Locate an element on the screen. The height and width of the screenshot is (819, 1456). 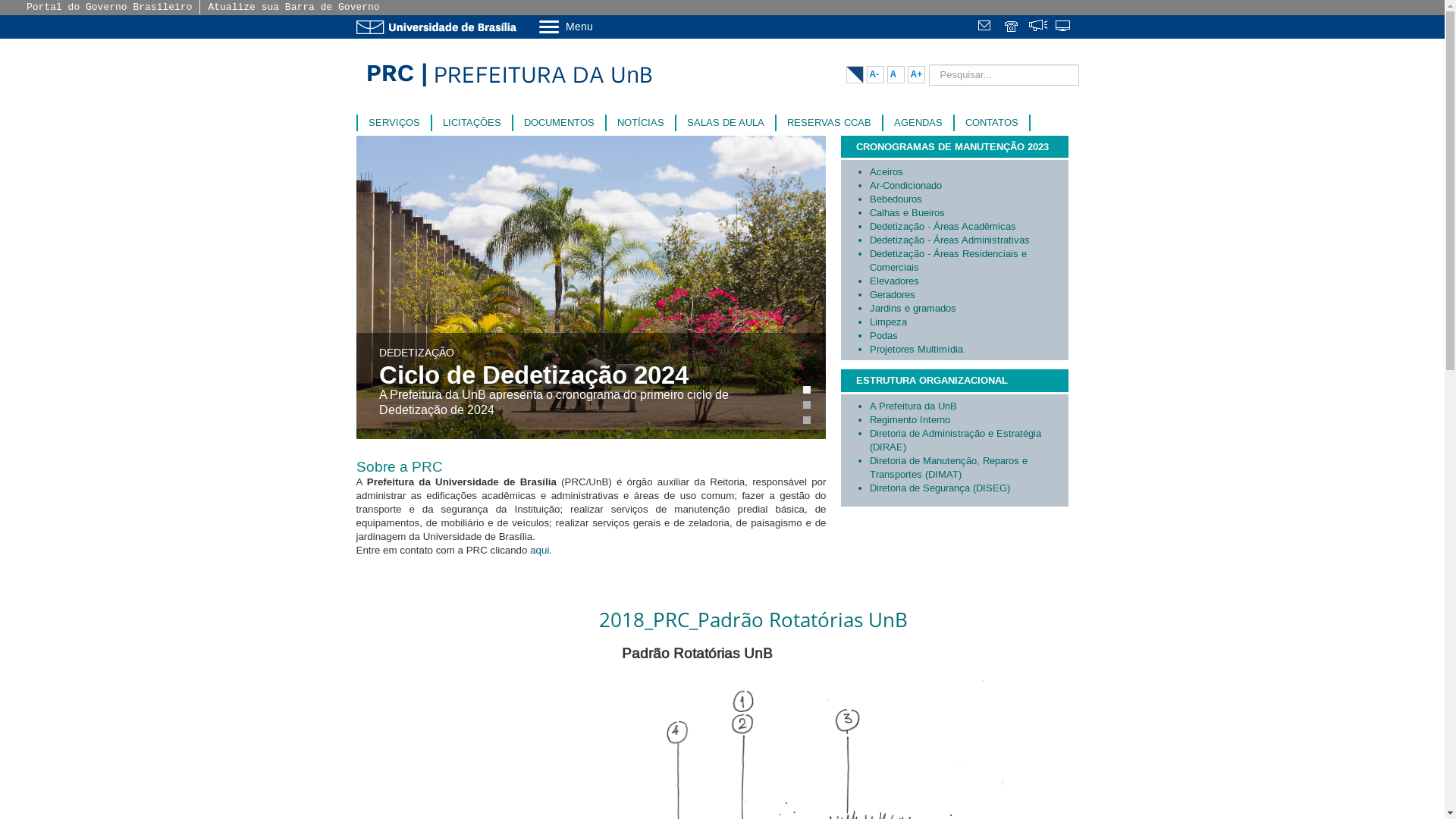
'Geradores' is located at coordinates (870, 295).